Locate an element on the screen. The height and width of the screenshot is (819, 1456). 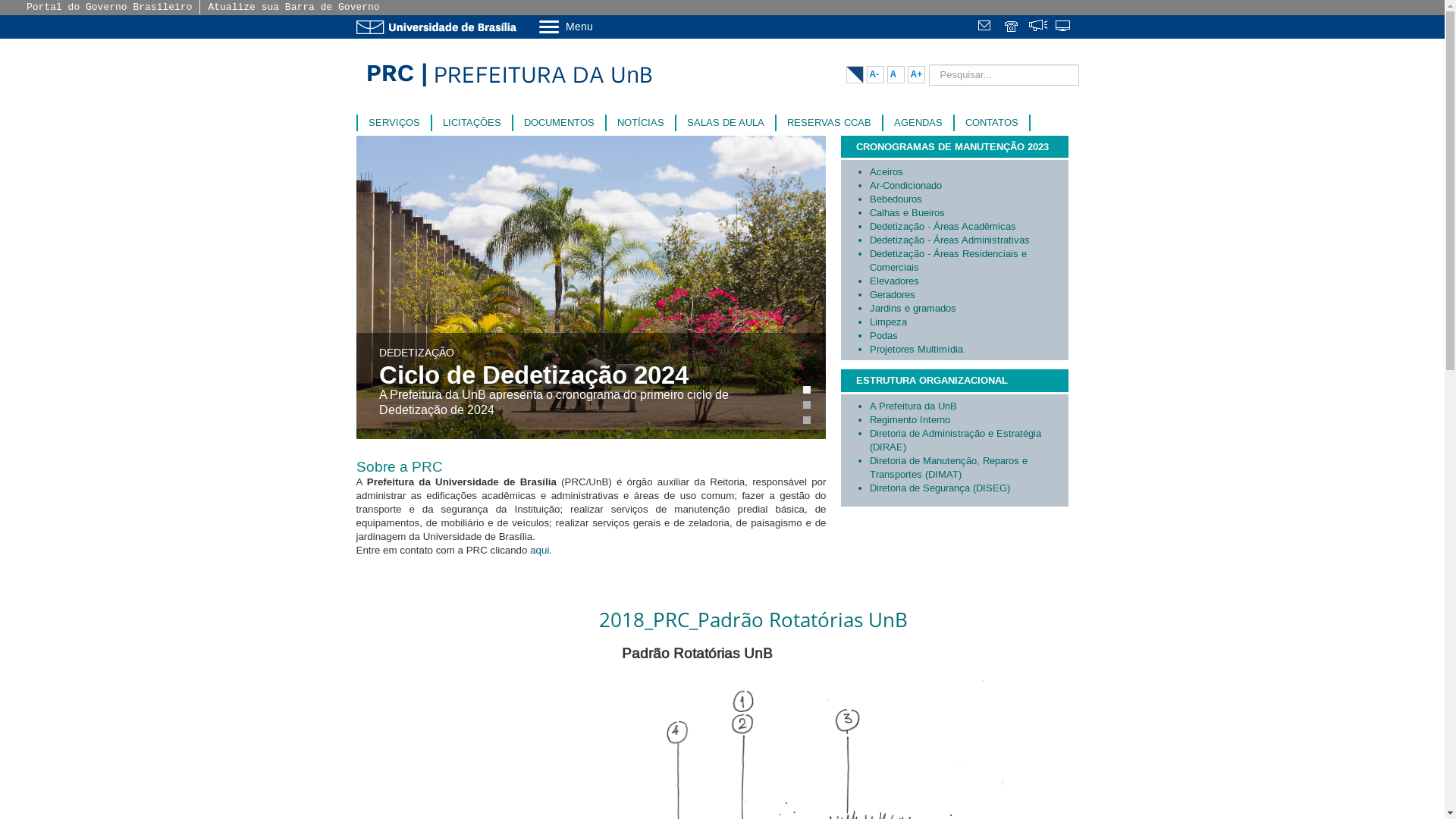
'Geradores' is located at coordinates (870, 295).